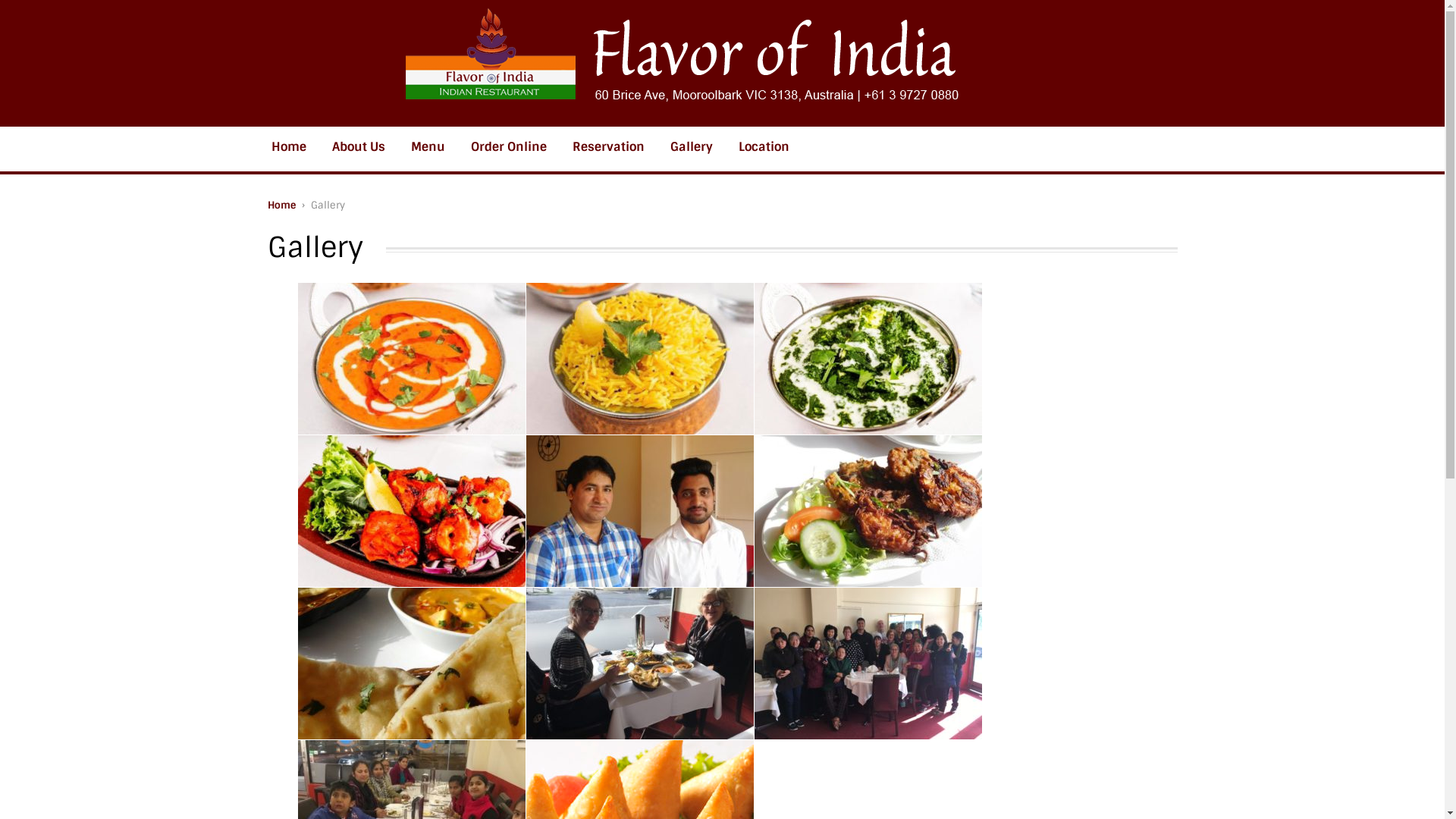 Image resolution: width=1456 pixels, height=819 pixels. What do you see at coordinates (640, 663) in the screenshot?
I see `'gal4'` at bounding box center [640, 663].